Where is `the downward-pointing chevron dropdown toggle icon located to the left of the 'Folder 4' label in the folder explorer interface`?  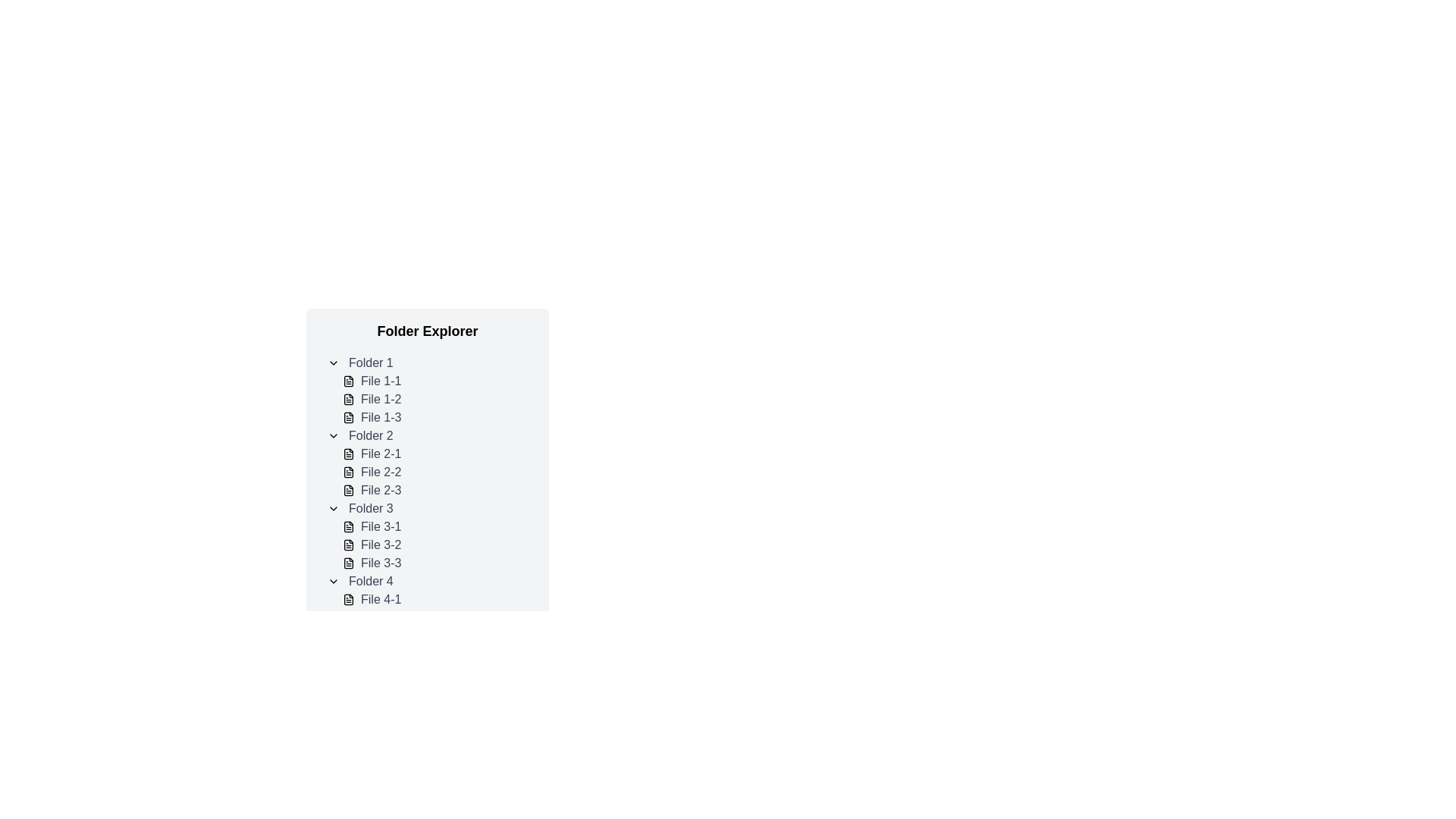
the downward-pointing chevron dropdown toggle icon located to the left of the 'Folder 4' label in the folder explorer interface is located at coordinates (333, 581).